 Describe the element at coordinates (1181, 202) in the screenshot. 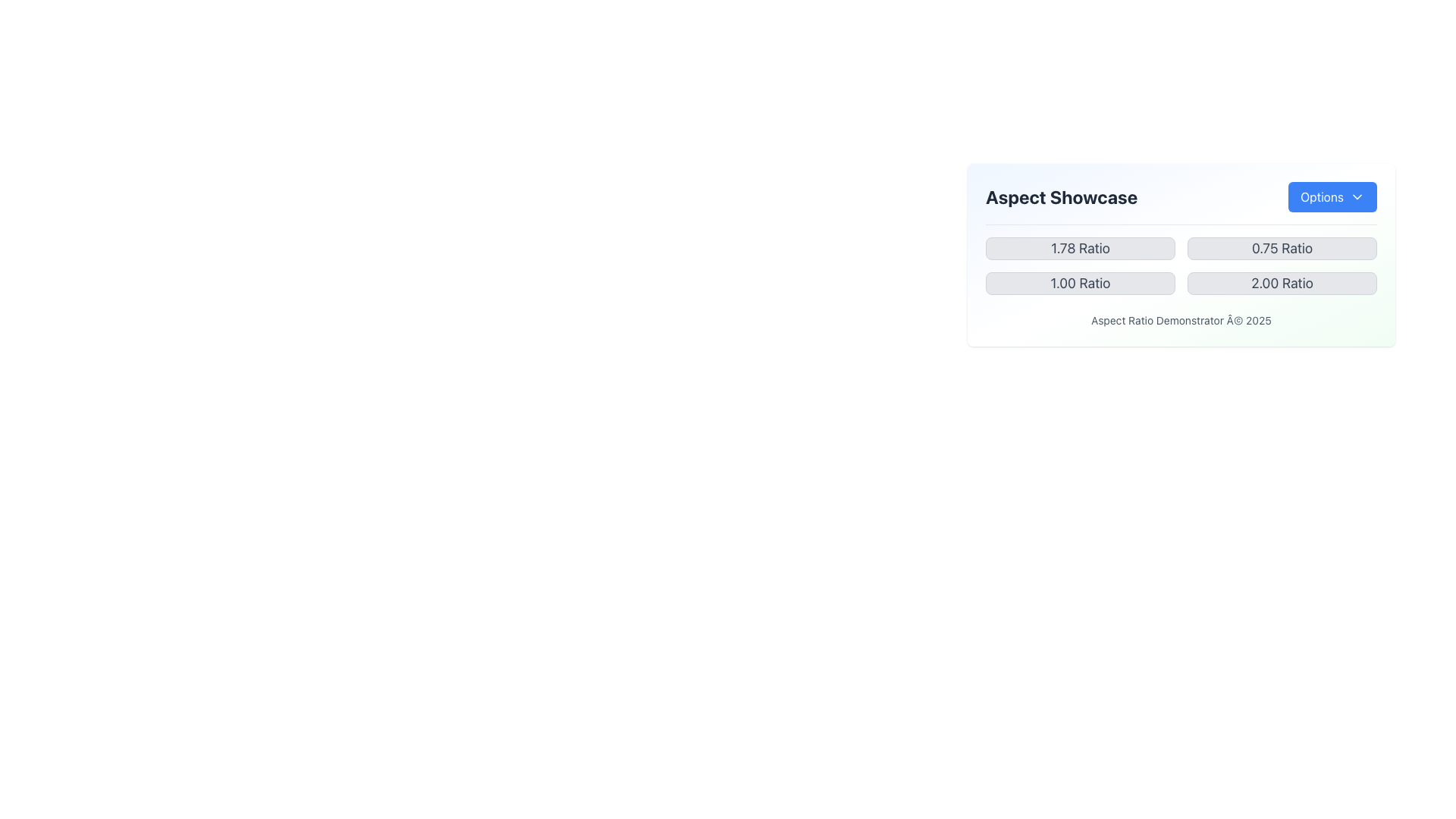

I see `the 'Options' button located on the right side of the 'Aspect Showcase' title to trigger the hover state` at that location.